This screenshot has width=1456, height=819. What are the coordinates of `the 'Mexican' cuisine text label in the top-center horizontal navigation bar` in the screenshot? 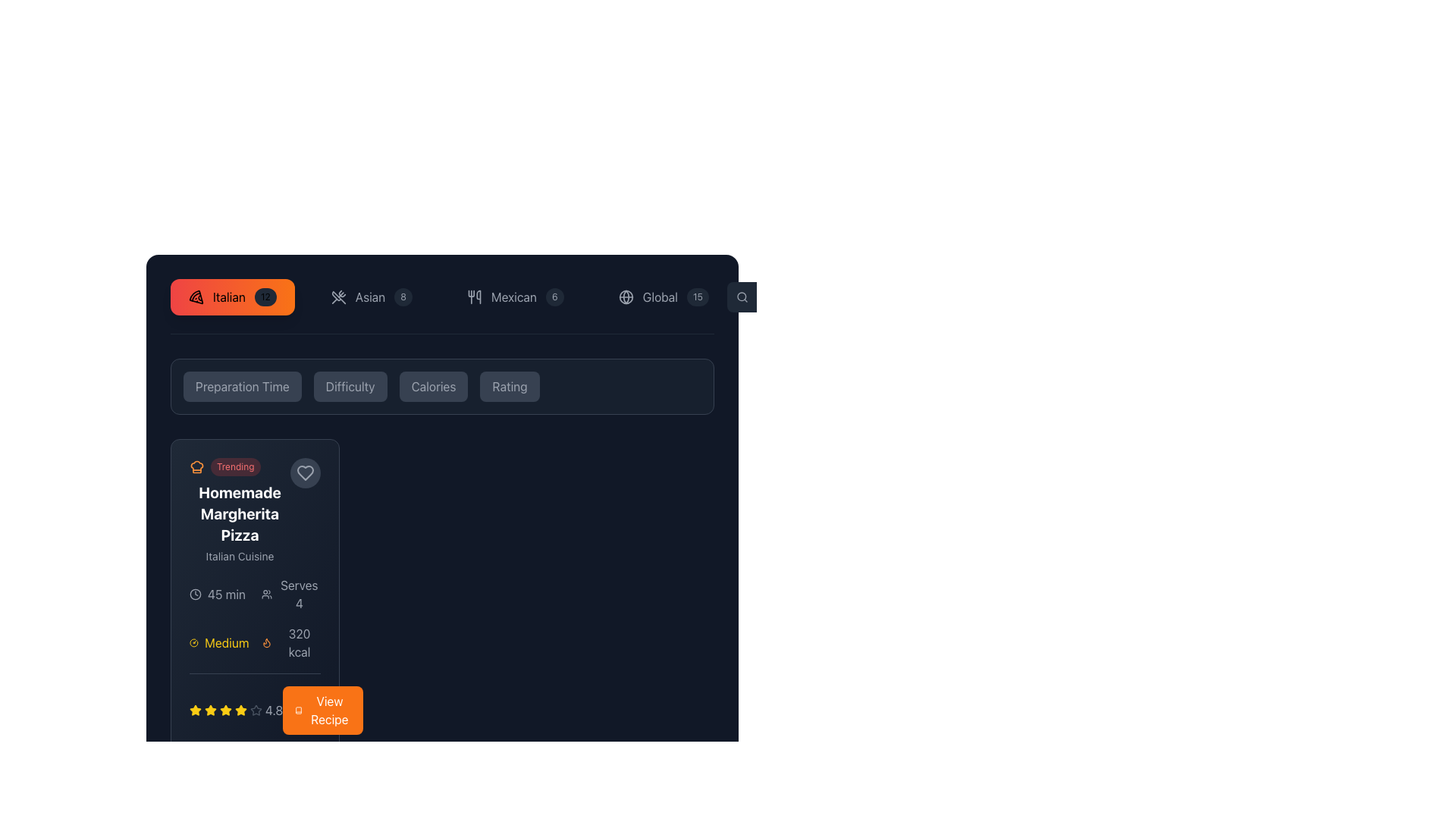 It's located at (513, 297).